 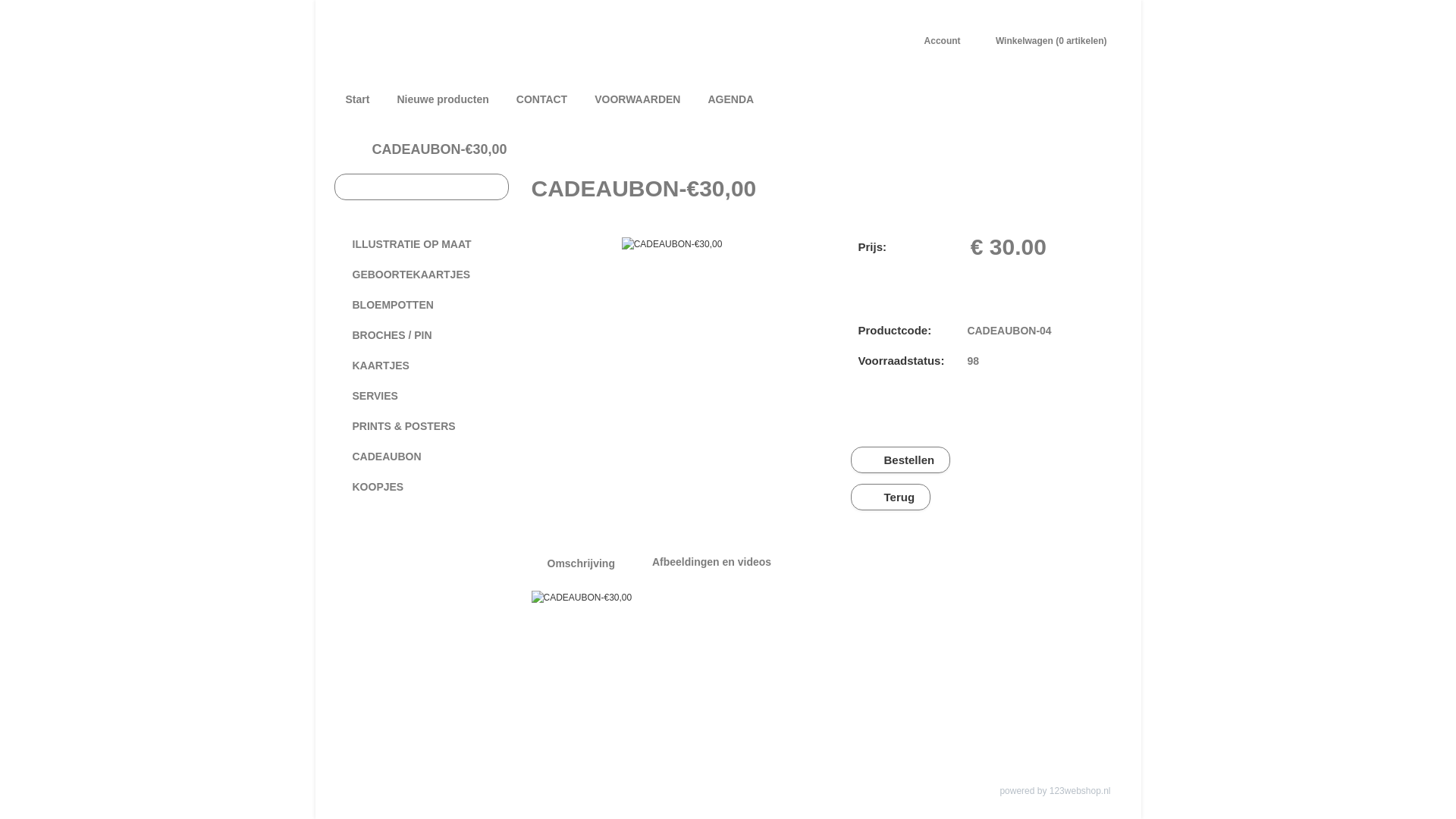 What do you see at coordinates (421, 394) in the screenshot?
I see `'SERVIES'` at bounding box center [421, 394].